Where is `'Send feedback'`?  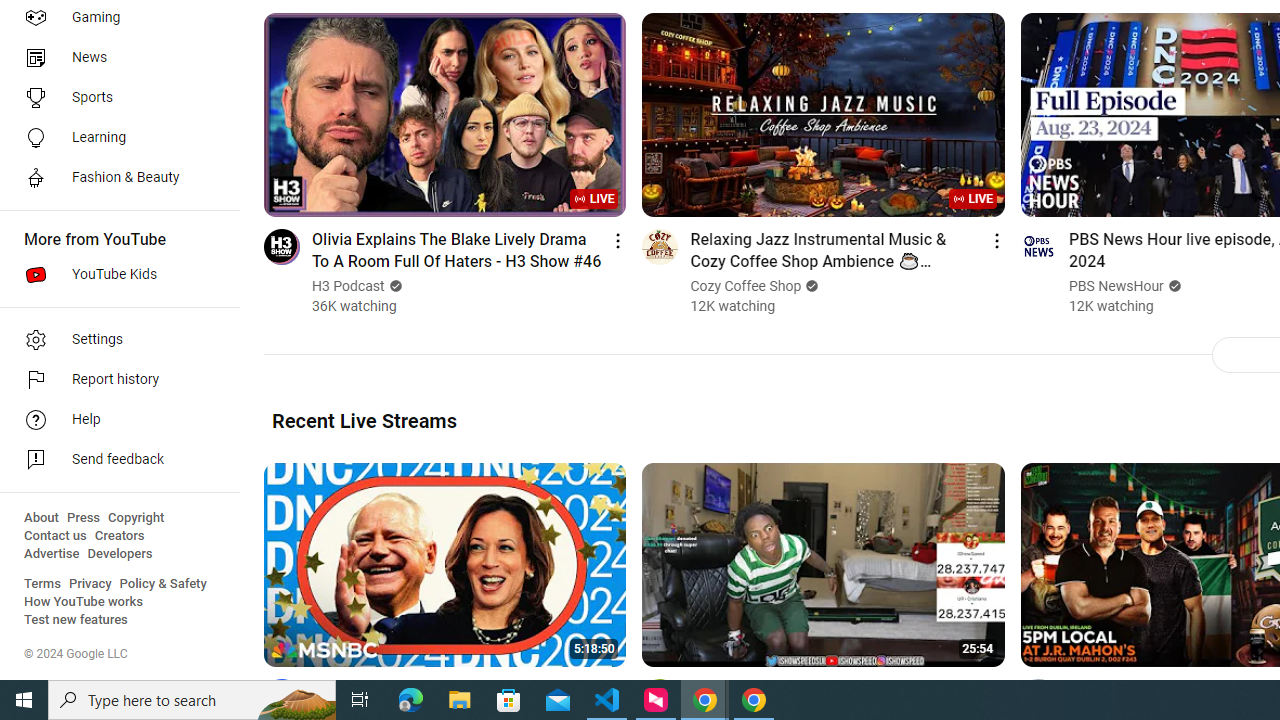 'Send feedback' is located at coordinates (112, 460).